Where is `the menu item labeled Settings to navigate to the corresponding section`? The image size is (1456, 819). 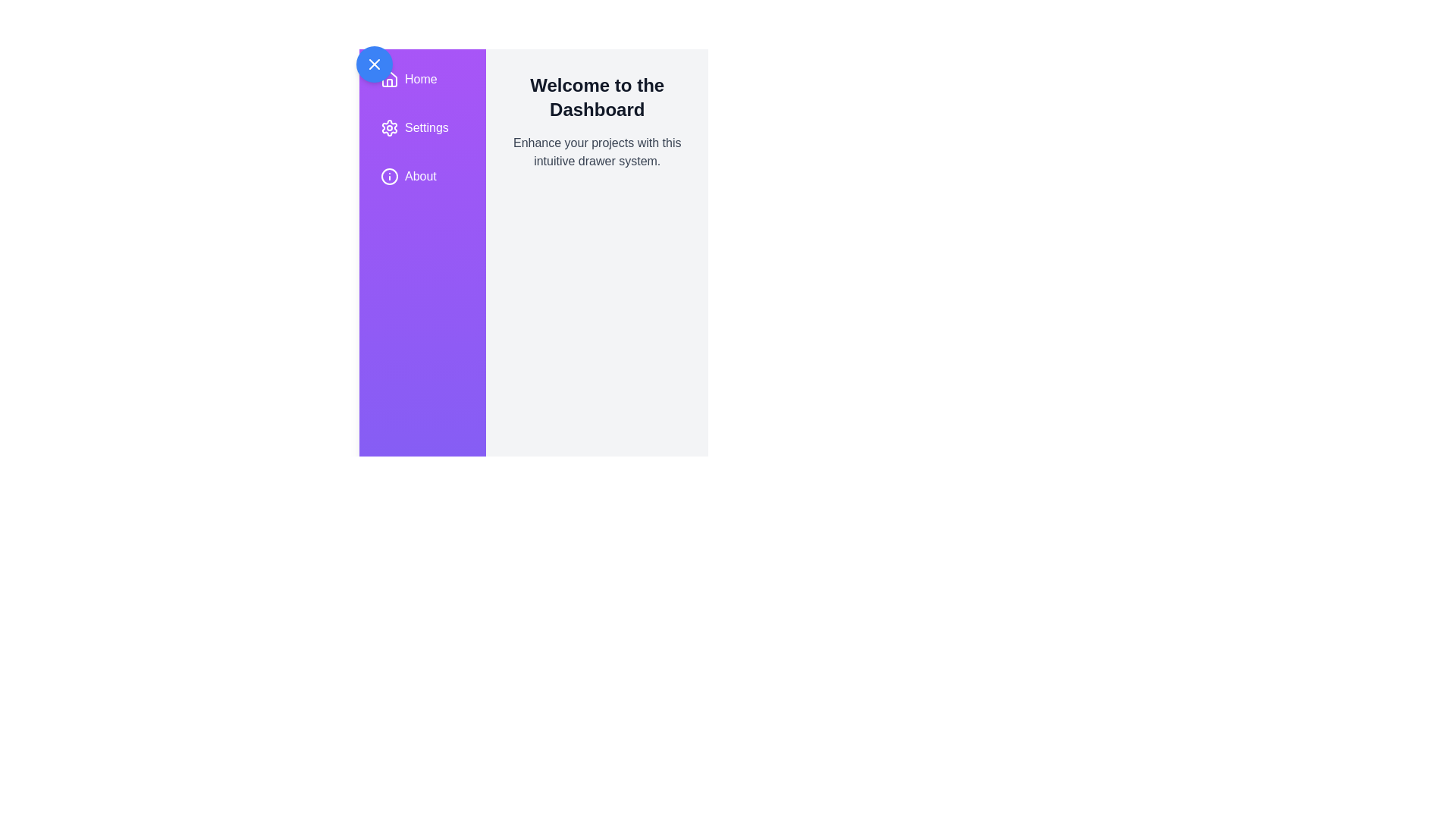
the menu item labeled Settings to navigate to the corresponding section is located at coordinates (422, 127).